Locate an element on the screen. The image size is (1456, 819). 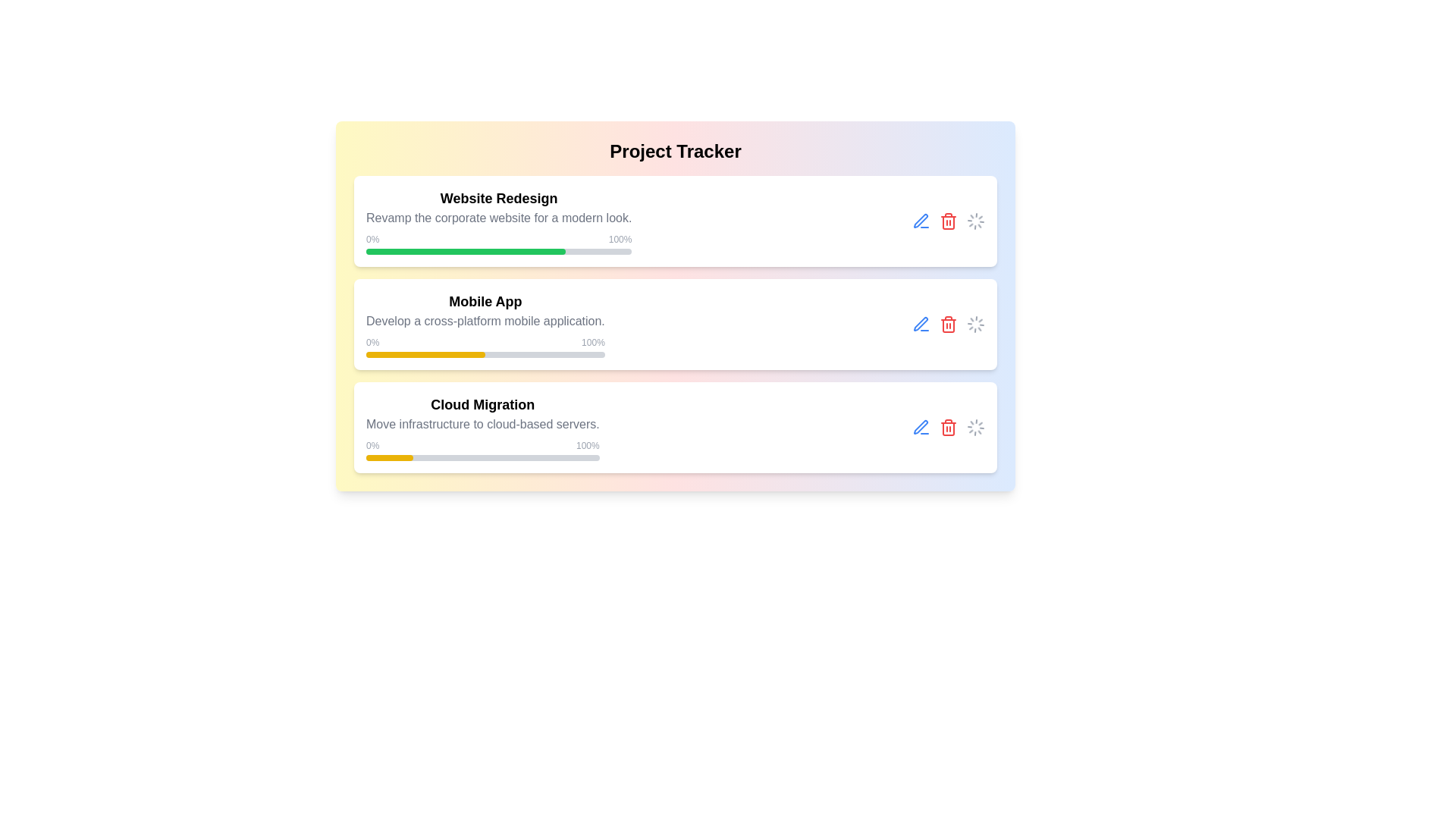
the project name to view its details is located at coordinates (498, 221).